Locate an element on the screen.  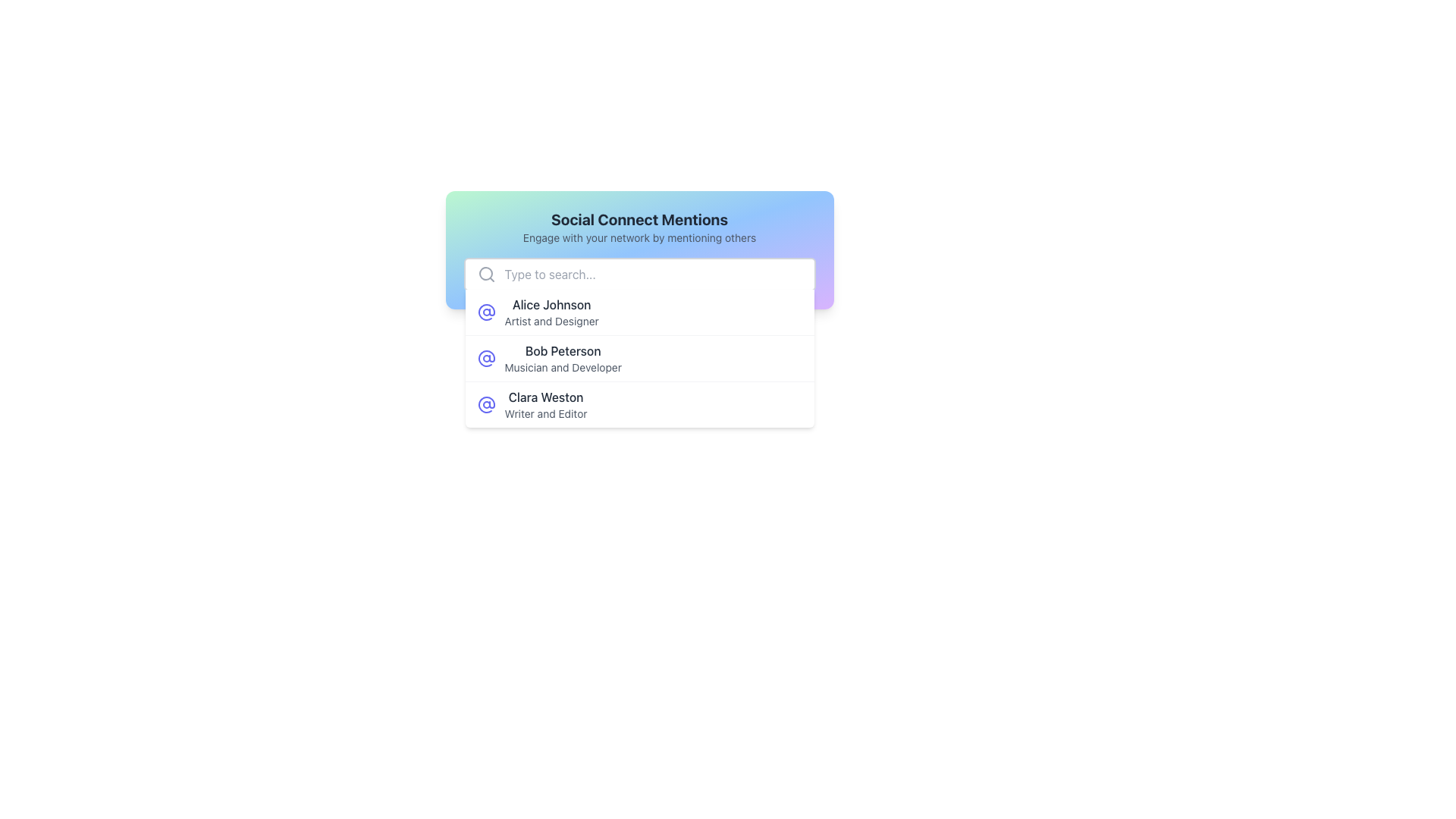
the text label displaying 'Alice Johnson' and 'Artist and Designer', located in the first item of the 'Social Connect Mentions' dropdown panel, below the input search box is located at coordinates (551, 312).